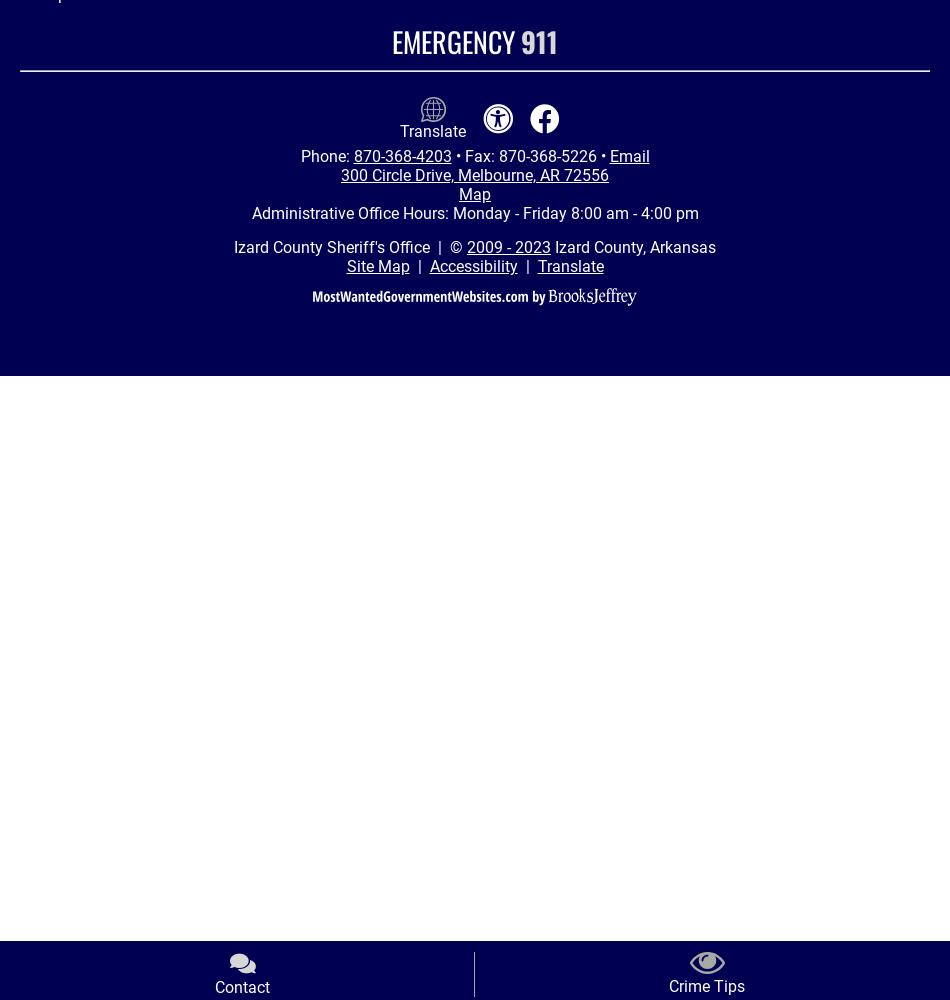  What do you see at coordinates (525, 156) in the screenshot?
I see `'• Fax: 870-368-5226'` at bounding box center [525, 156].